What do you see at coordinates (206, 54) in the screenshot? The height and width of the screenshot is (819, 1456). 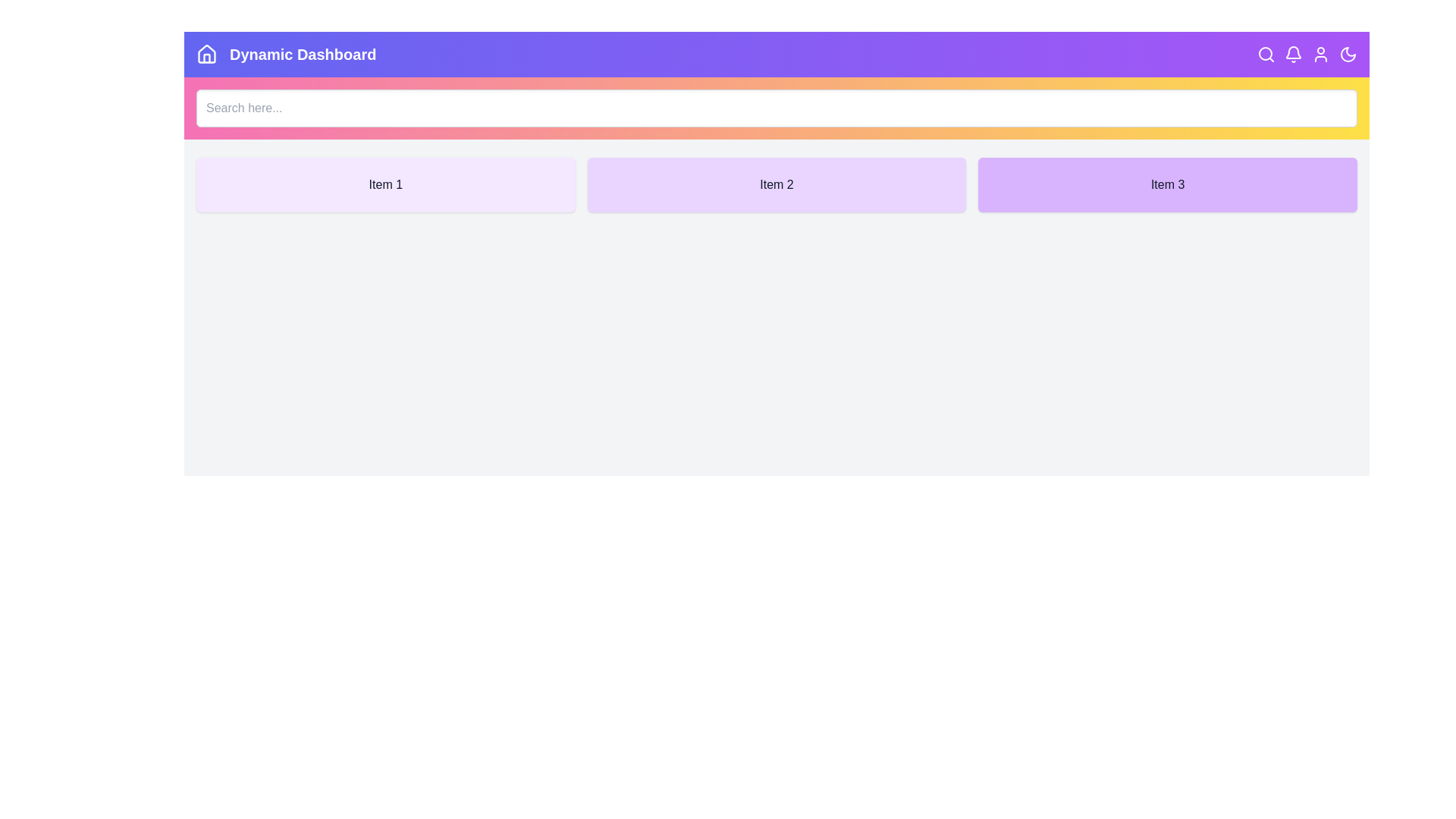 I see `the home icon to navigate to the home page` at bounding box center [206, 54].